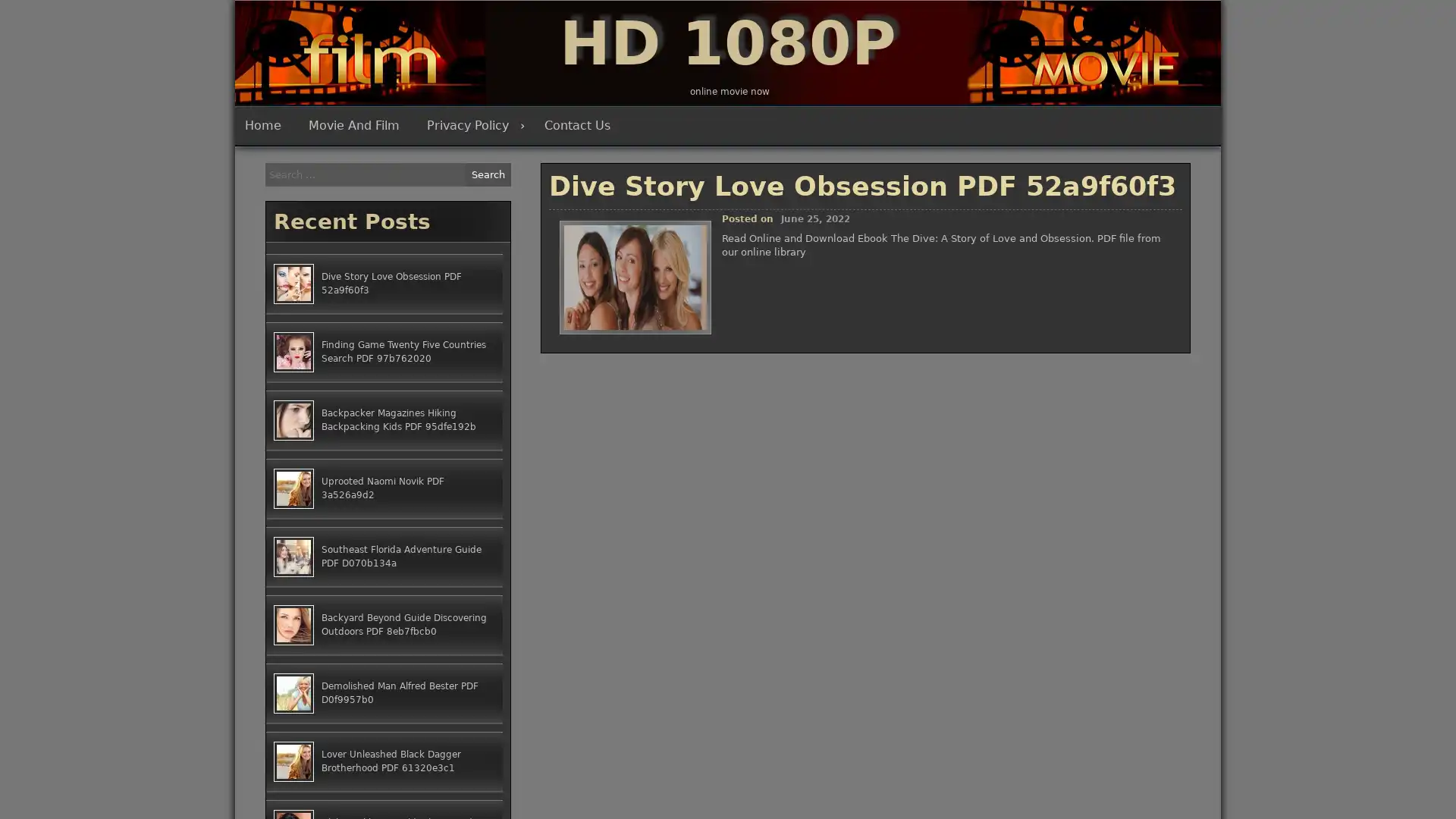 The image size is (1456, 819). I want to click on Search, so click(488, 174).